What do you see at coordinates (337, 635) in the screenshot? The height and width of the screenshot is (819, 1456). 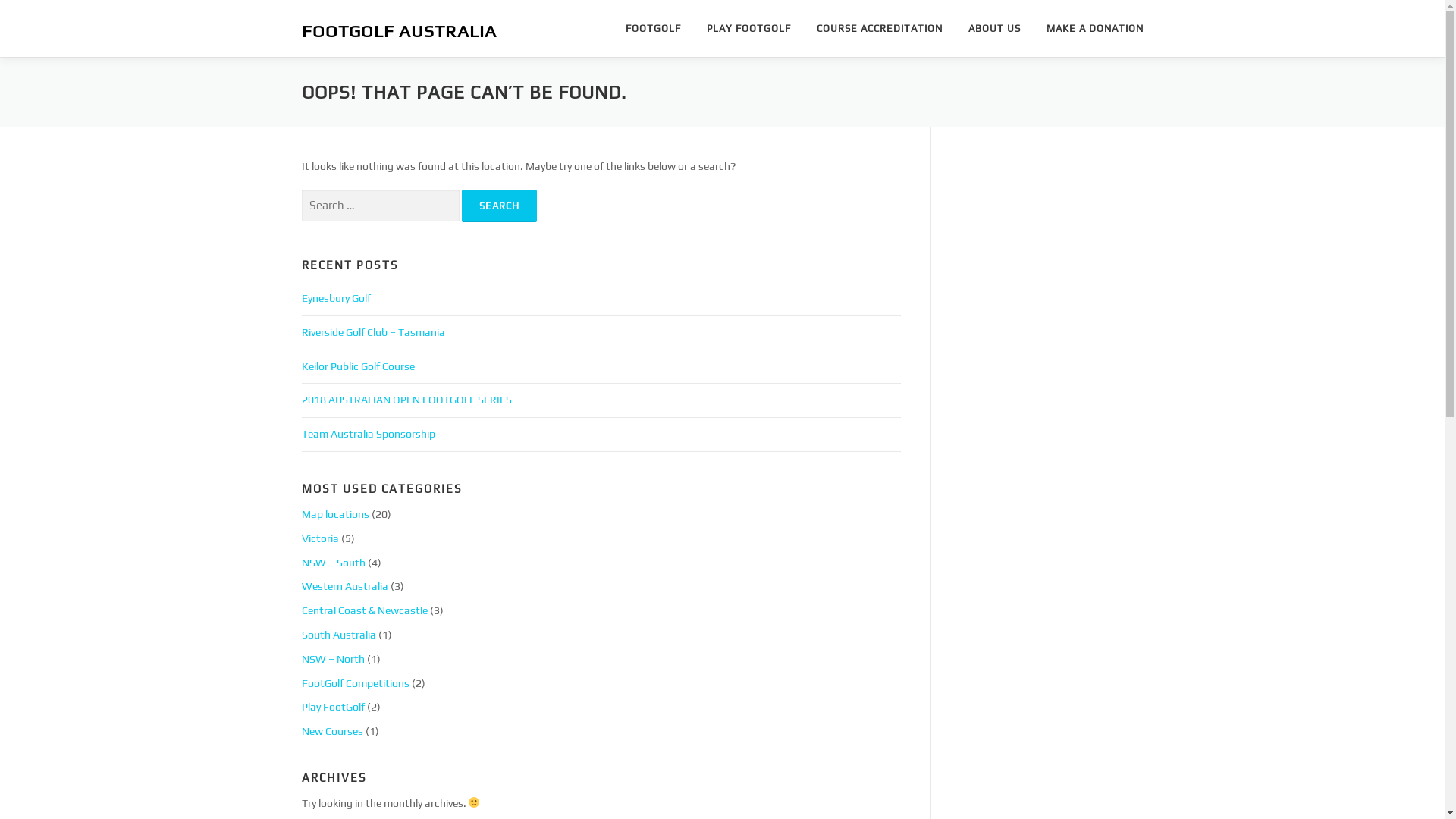 I see `'South Australia'` at bounding box center [337, 635].